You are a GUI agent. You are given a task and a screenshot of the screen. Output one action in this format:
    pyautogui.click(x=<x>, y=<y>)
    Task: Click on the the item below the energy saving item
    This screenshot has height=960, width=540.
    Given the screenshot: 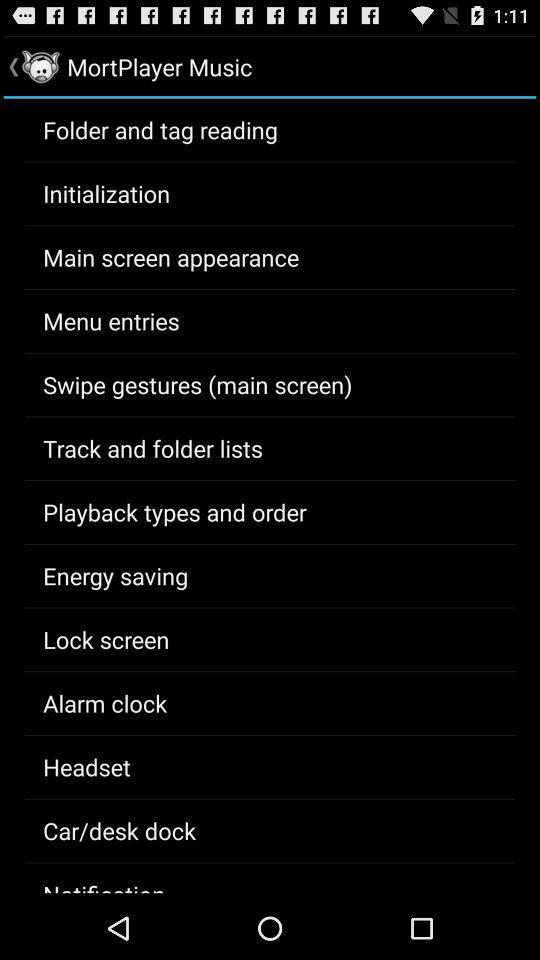 What is the action you would take?
    pyautogui.click(x=106, y=638)
    